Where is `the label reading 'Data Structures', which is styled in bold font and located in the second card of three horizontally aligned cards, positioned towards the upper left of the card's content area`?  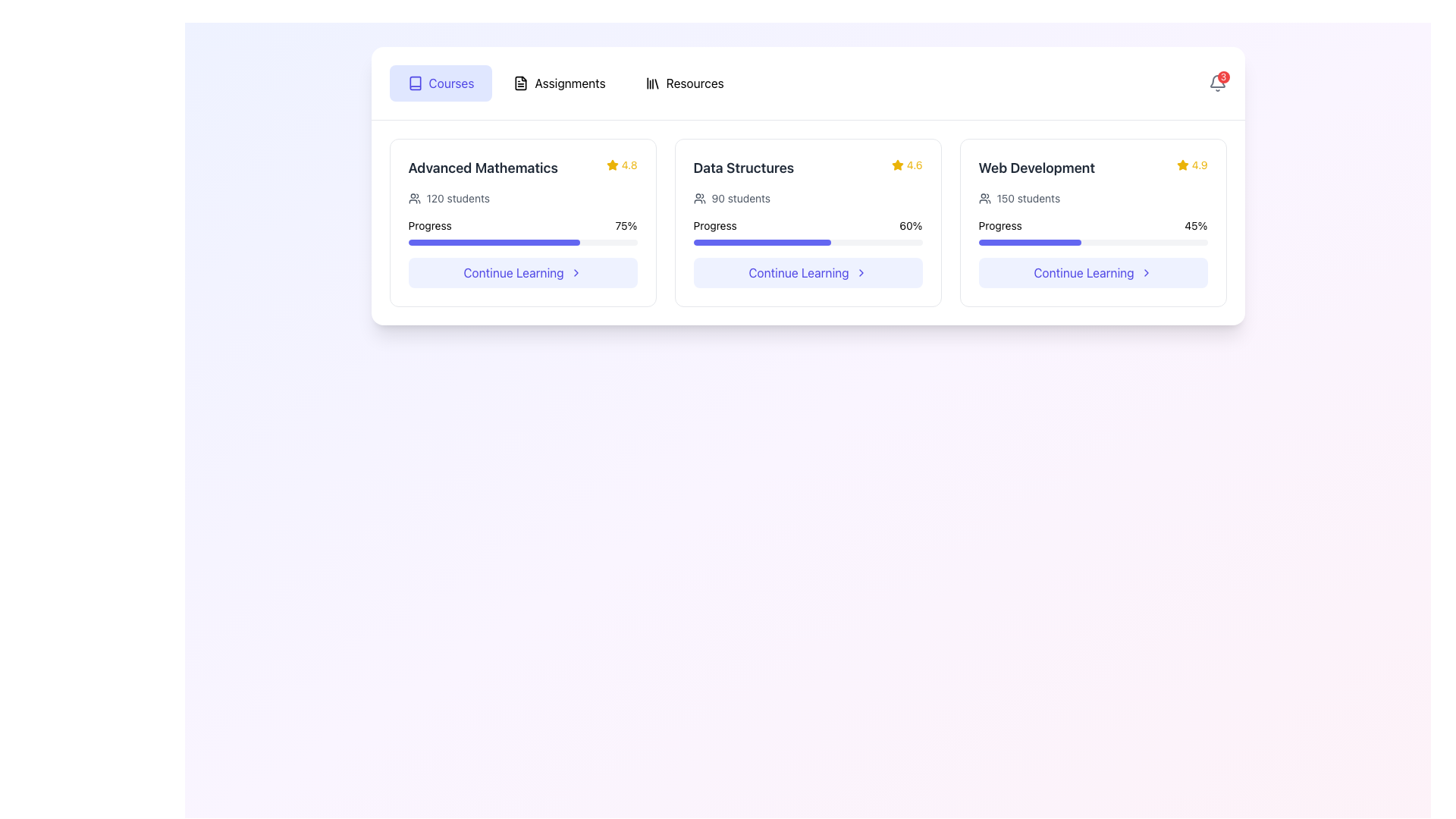 the label reading 'Data Structures', which is styled in bold font and located in the second card of three horizontally aligned cards, positioned towards the upper left of the card's content area is located at coordinates (743, 168).